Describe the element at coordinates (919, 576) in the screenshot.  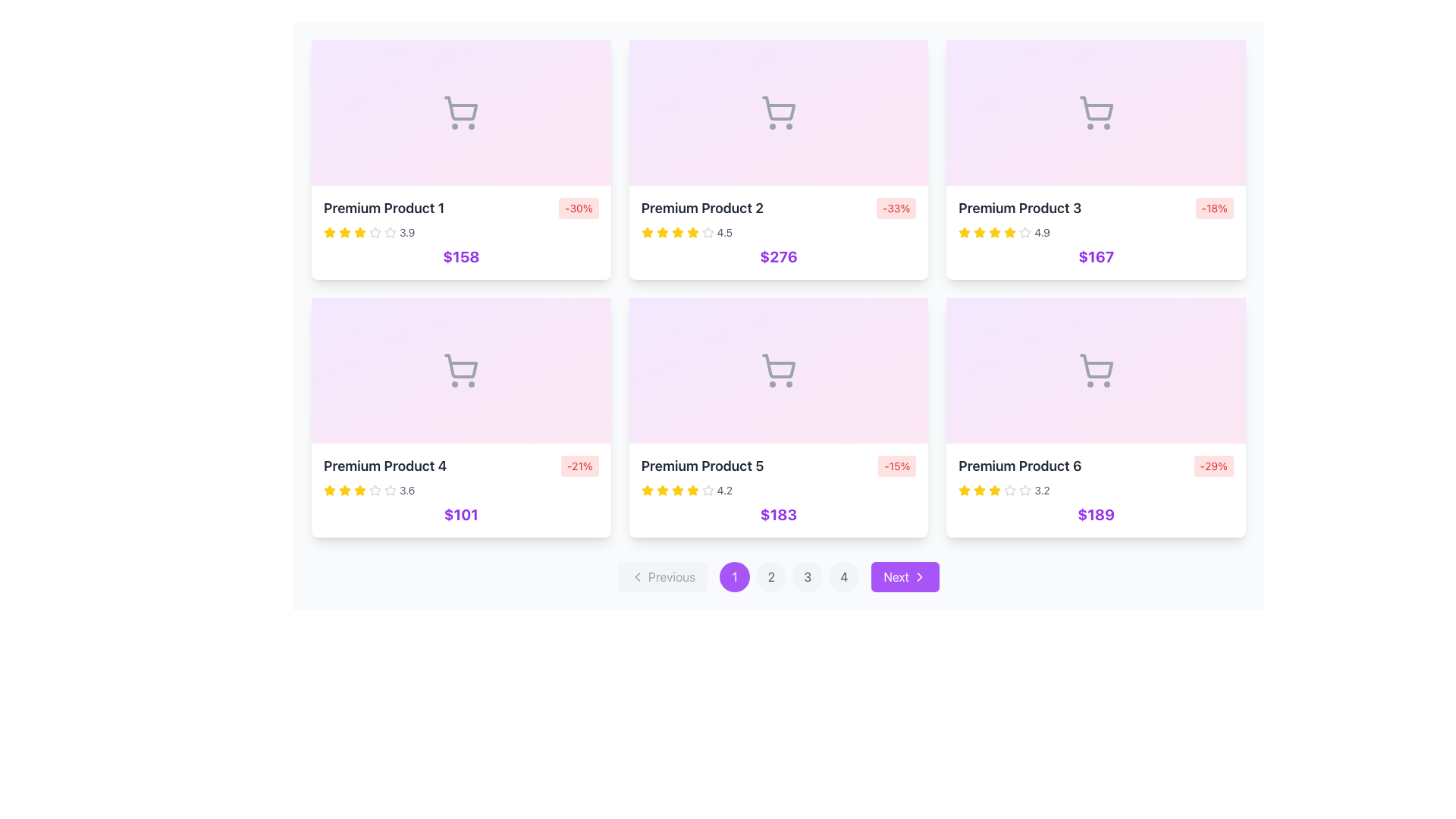
I see `the rightwards chevron SVG icon located to the right side of the 'Next' button` at that location.